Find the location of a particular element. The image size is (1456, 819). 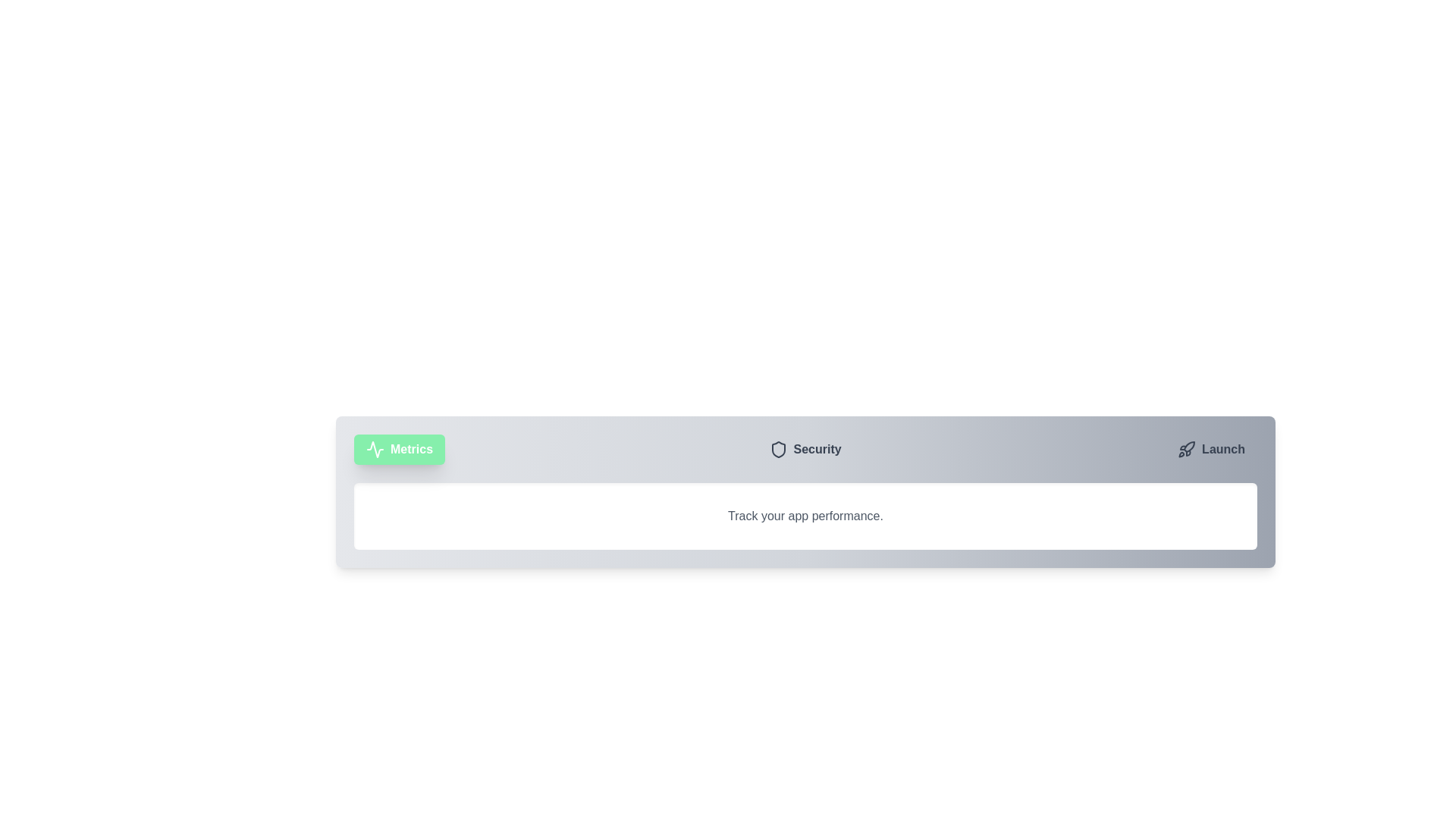

the Launch tab to switch views is located at coordinates (1211, 449).